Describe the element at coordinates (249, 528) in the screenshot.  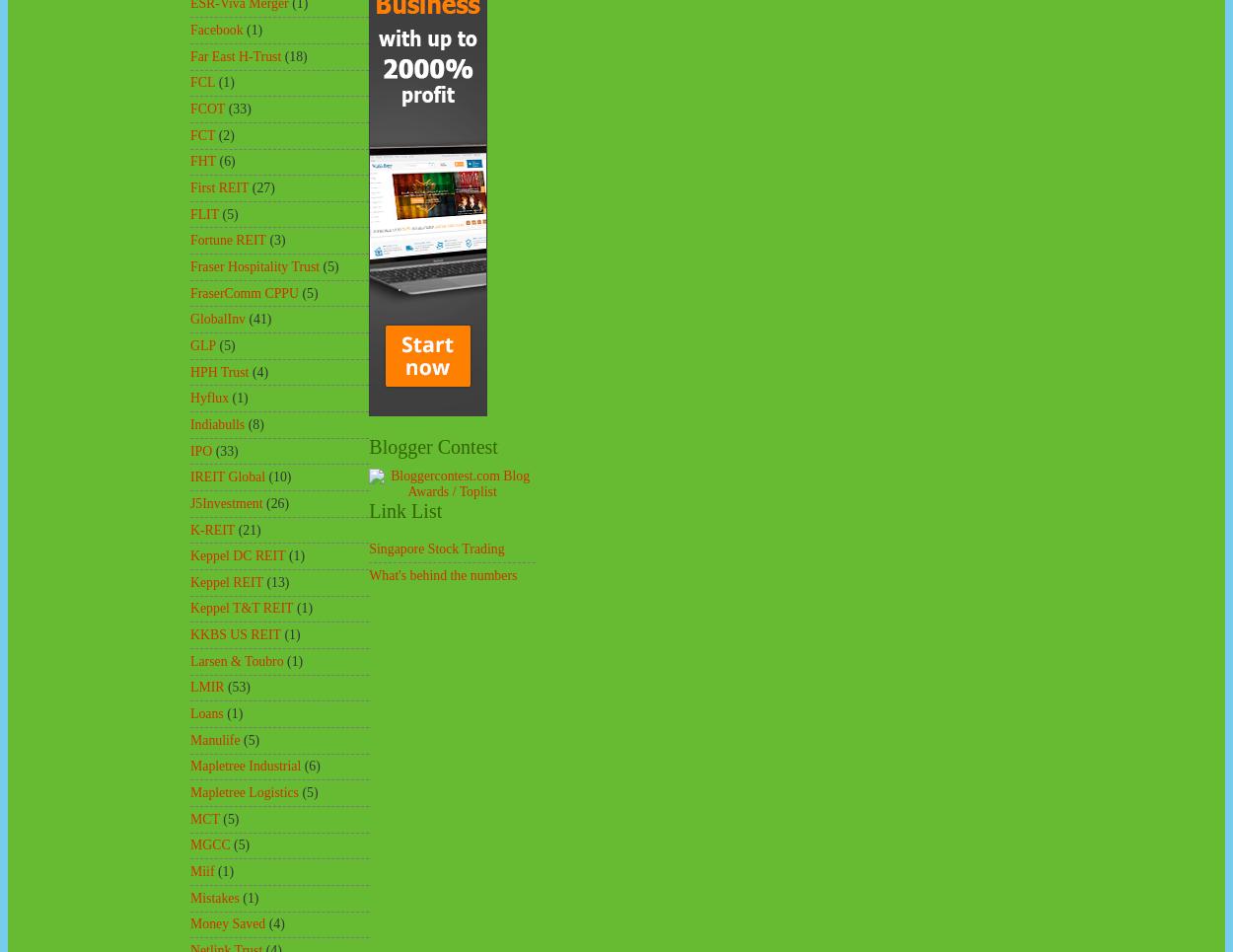
I see `'(21)'` at that location.